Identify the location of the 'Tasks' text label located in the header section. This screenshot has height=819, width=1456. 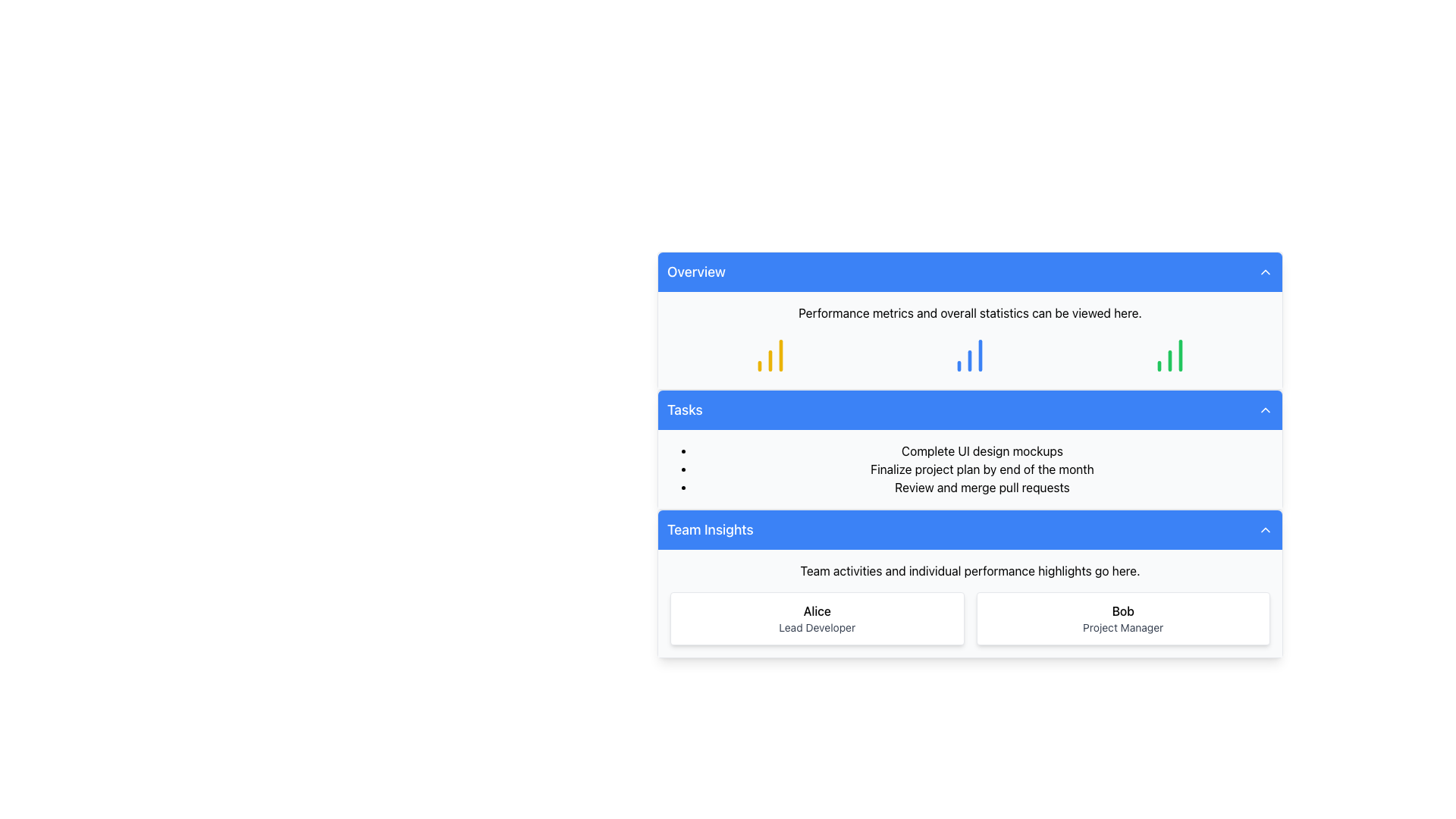
(683, 409).